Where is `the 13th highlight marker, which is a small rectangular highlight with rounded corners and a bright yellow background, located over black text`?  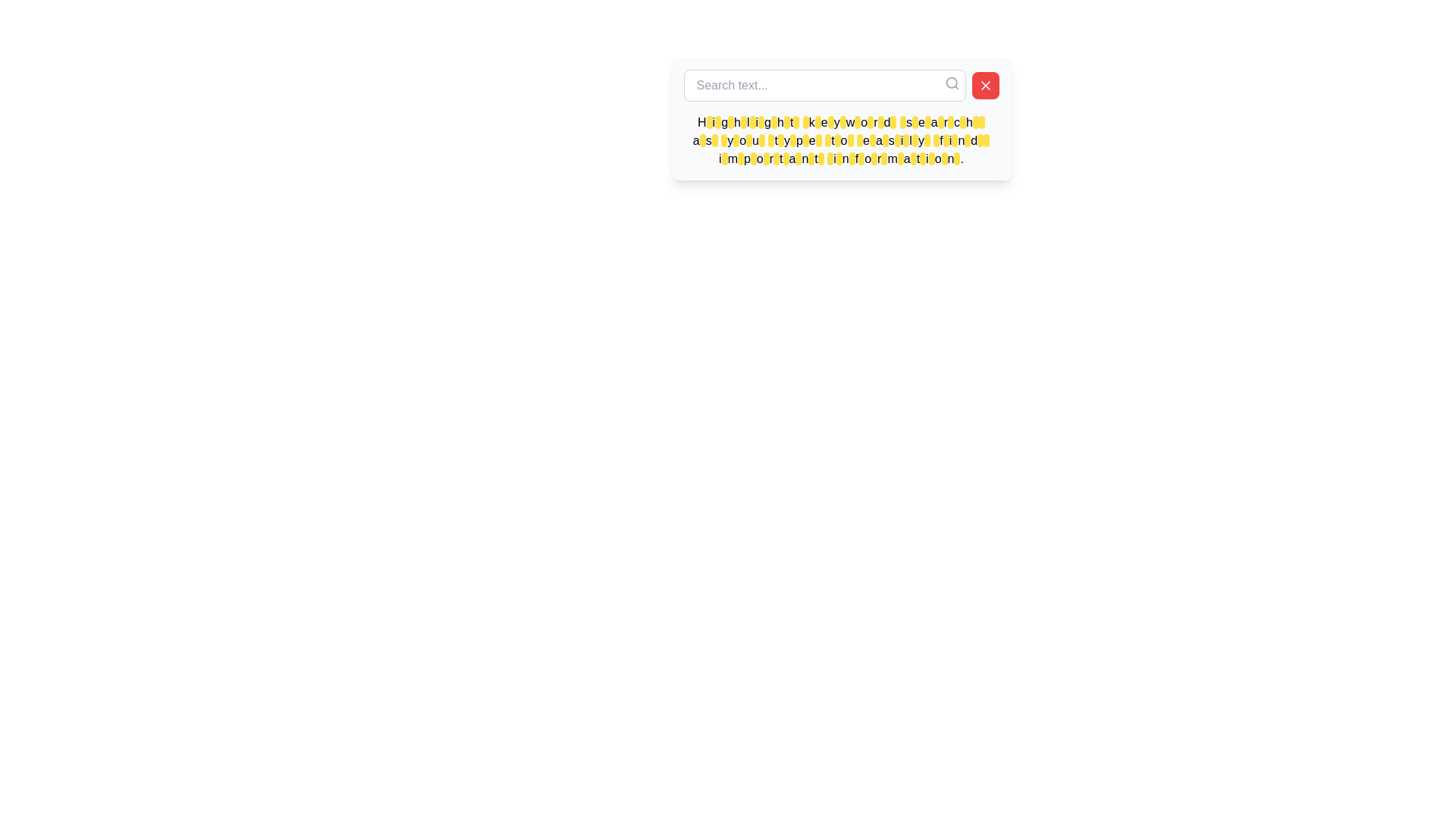 the 13th highlight marker, which is a small rectangular highlight with rounded corners and a bright yellow background, located over black text is located at coordinates (842, 121).